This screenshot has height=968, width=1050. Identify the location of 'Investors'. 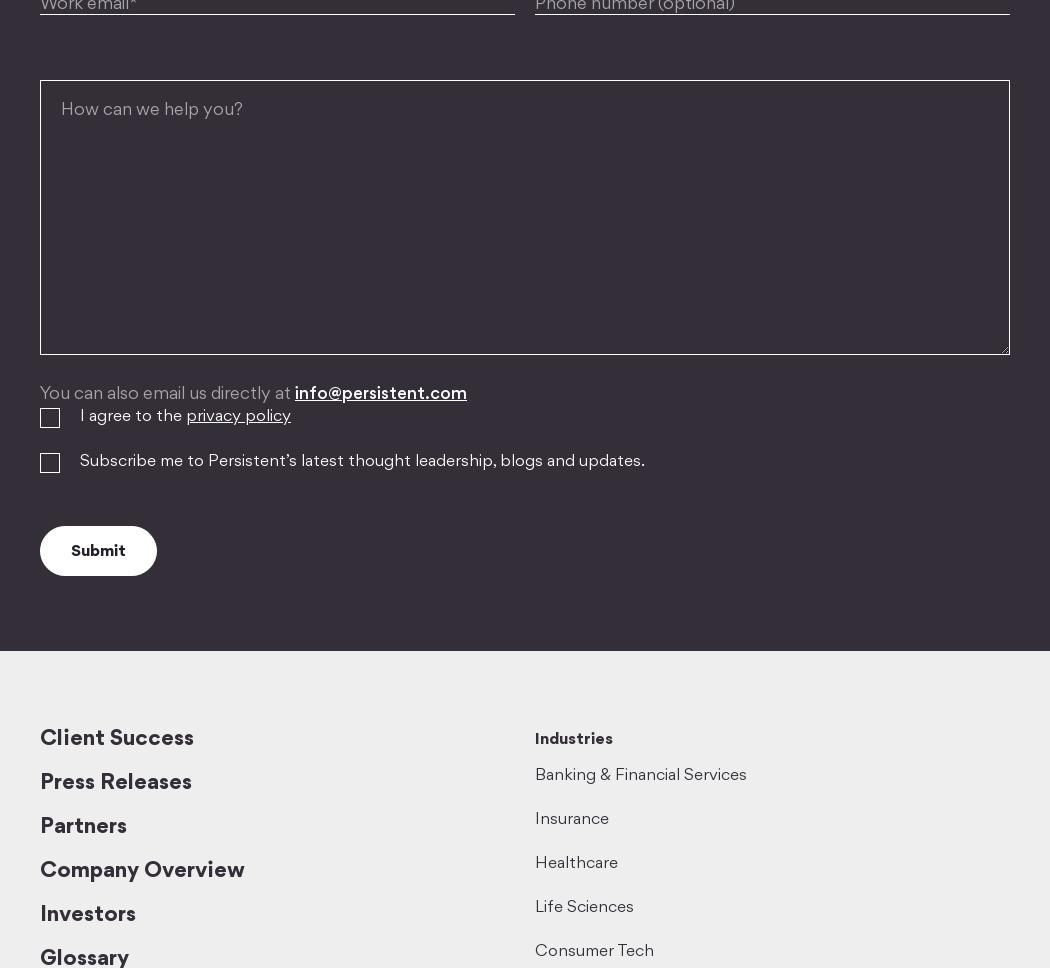
(87, 915).